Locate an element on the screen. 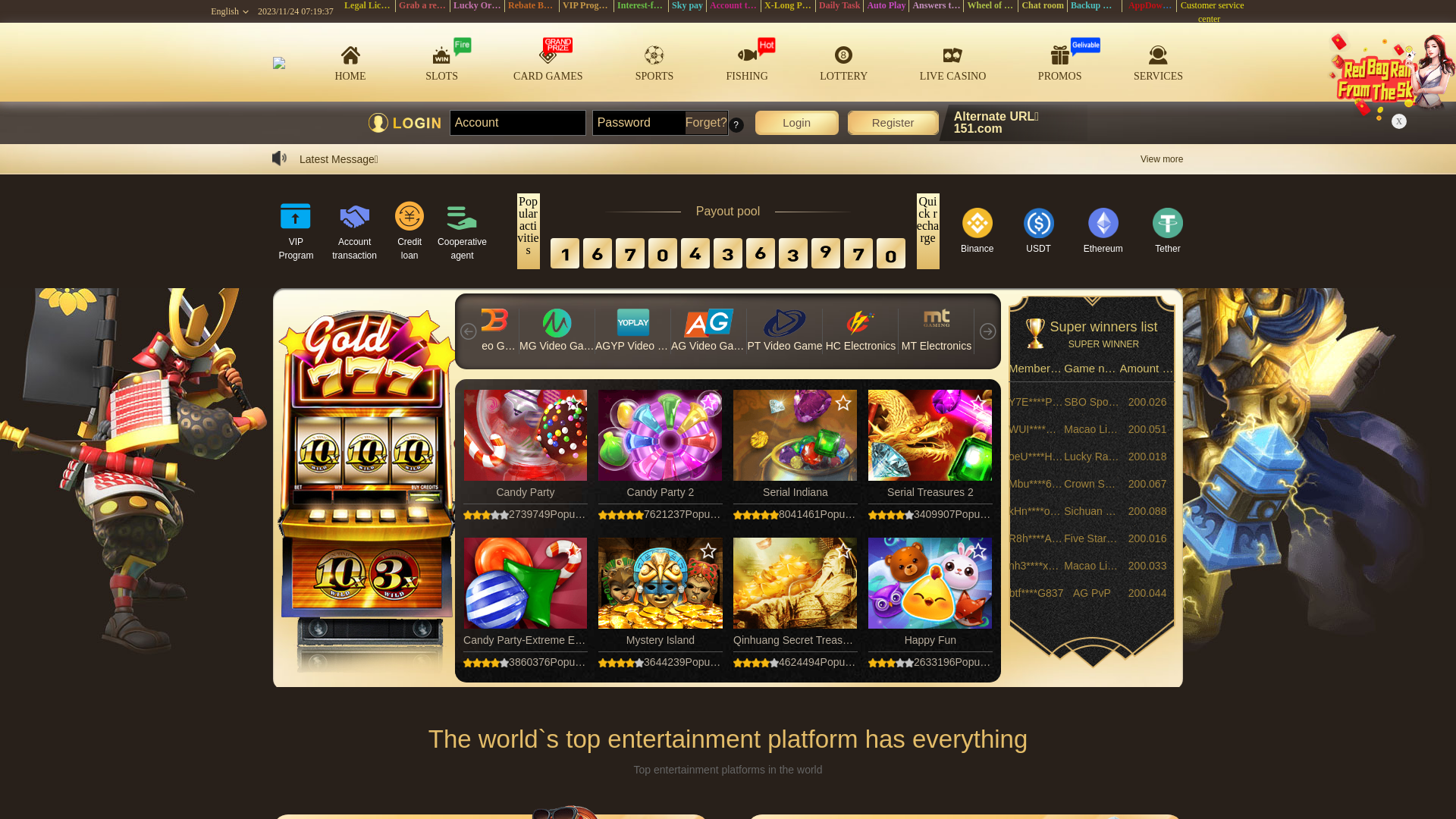 The height and width of the screenshot is (819, 1456). 'HOME' is located at coordinates (349, 61).